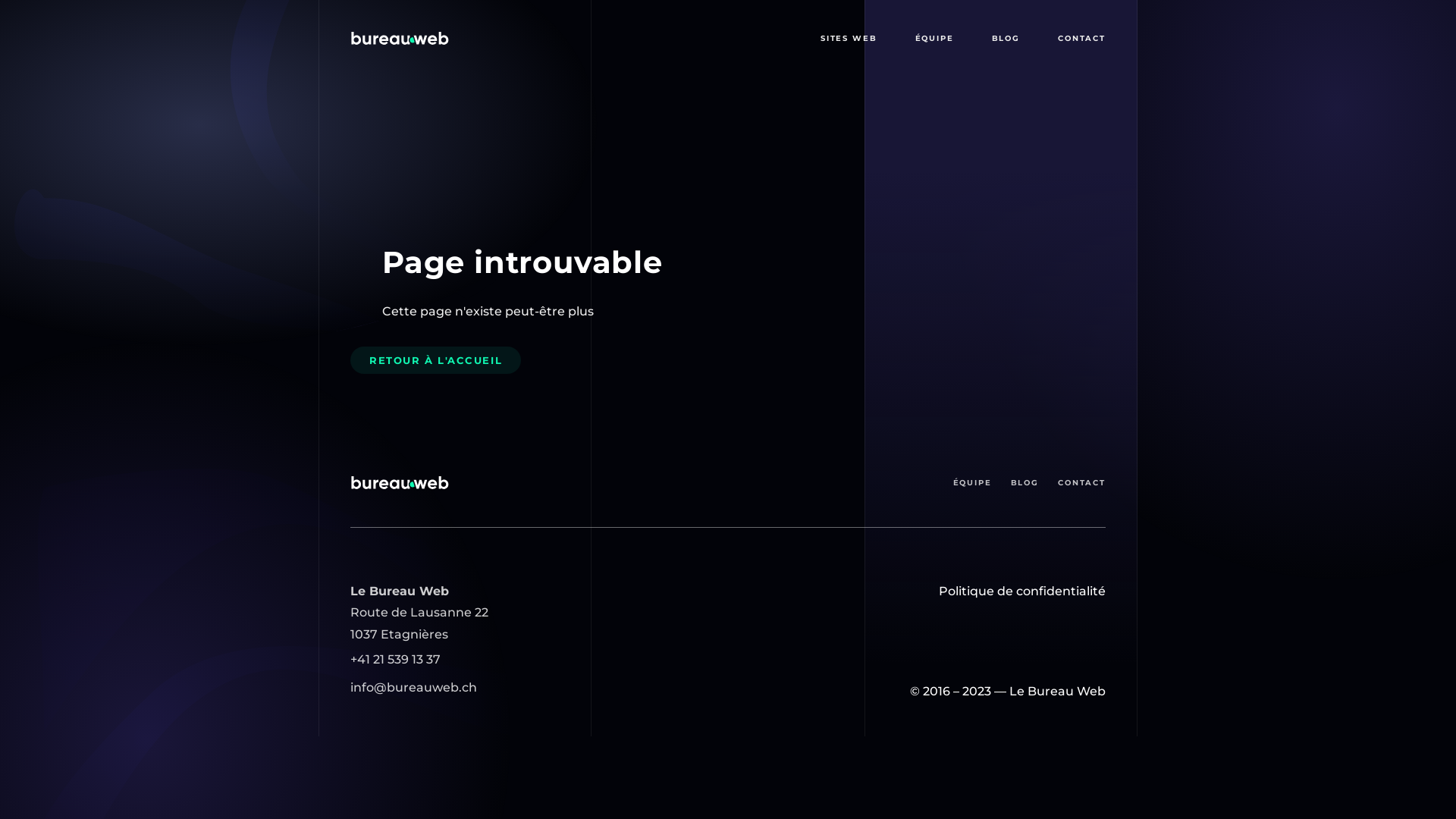  Describe the element at coordinates (848, 37) in the screenshot. I see `'SITES WEB'` at that location.